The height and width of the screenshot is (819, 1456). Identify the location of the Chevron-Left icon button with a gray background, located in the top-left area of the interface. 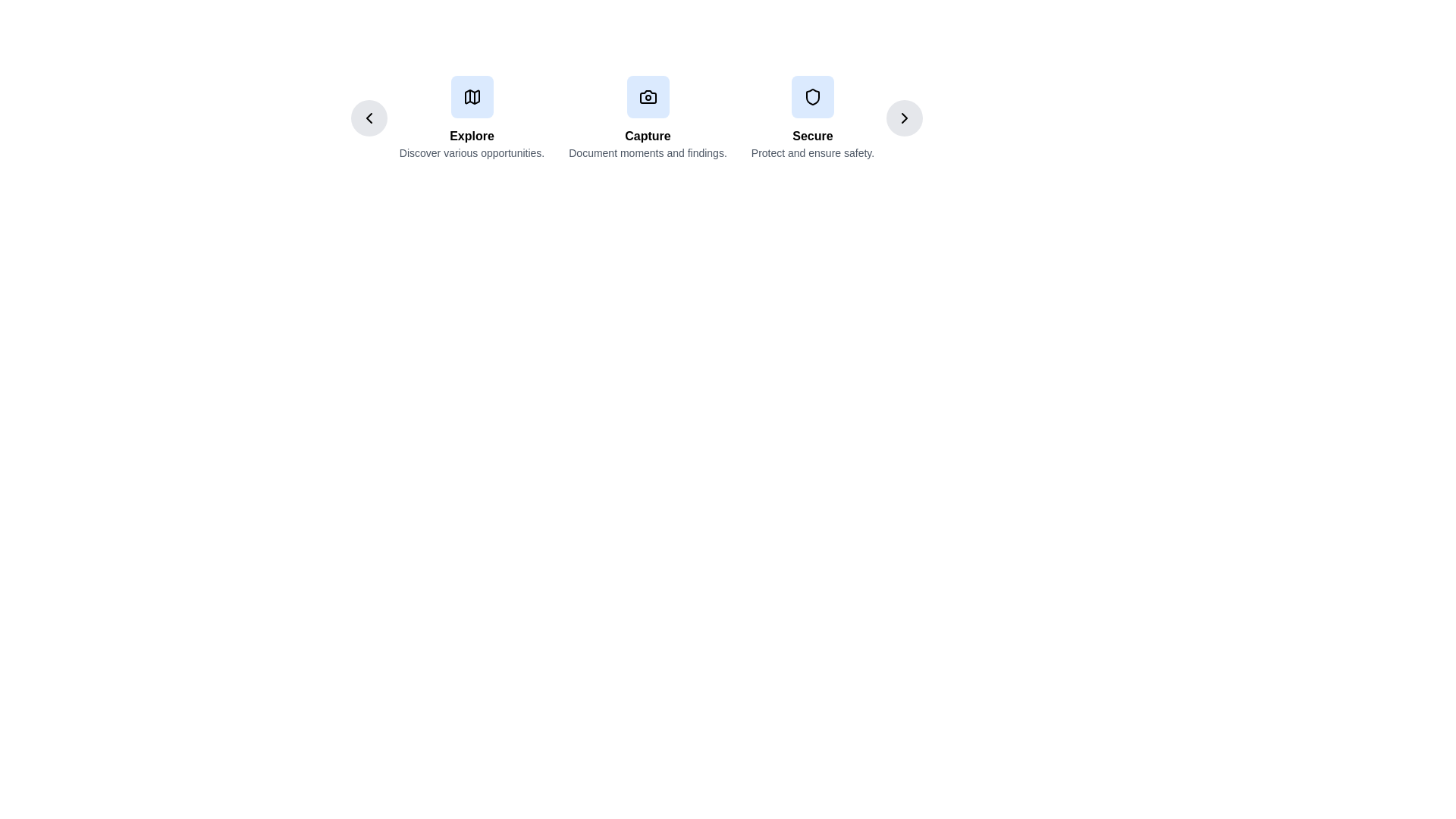
(369, 117).